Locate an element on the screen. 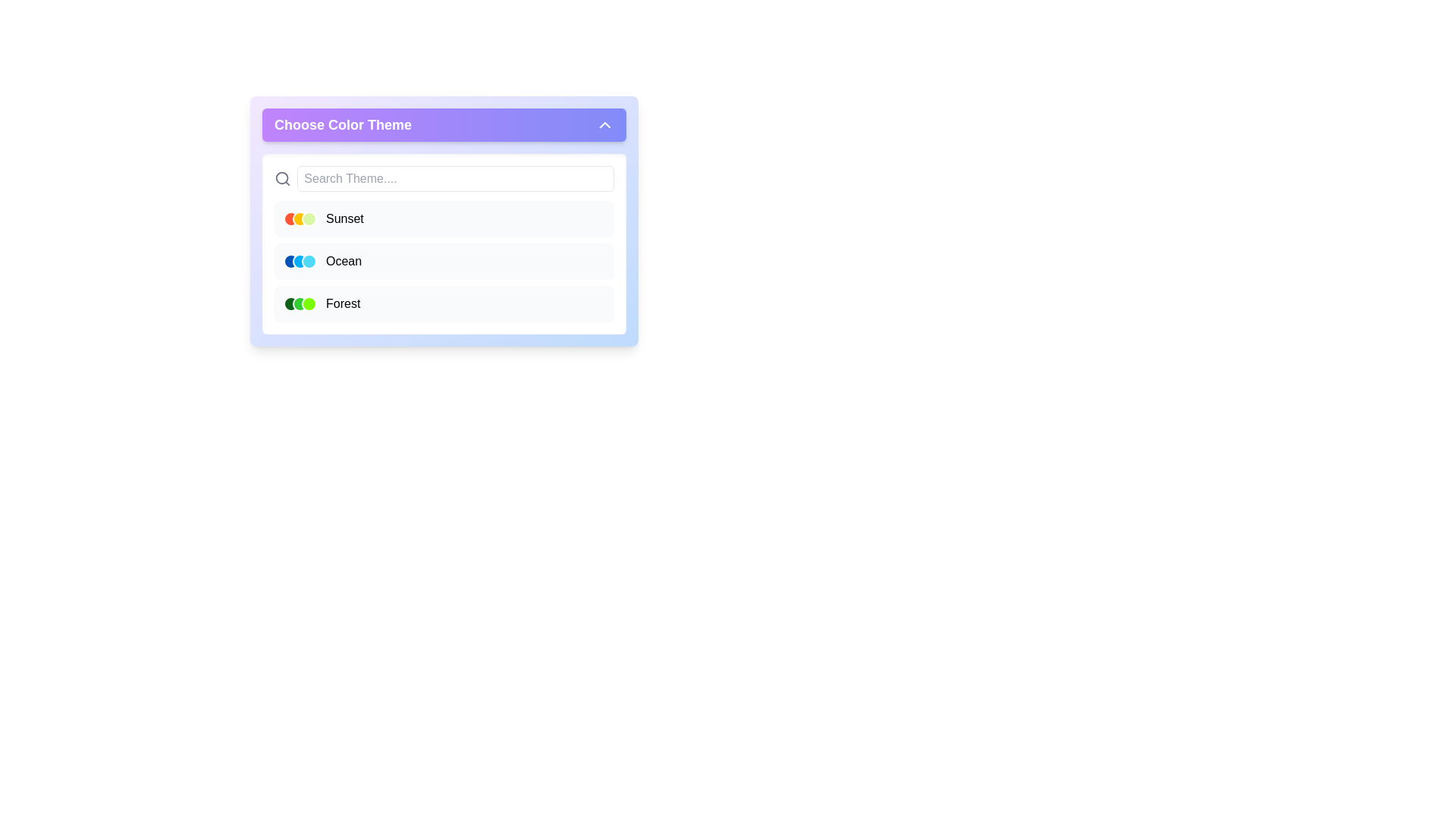  the circular gray icon that is part of the search magnifying glass illustration located near the upper-left area of the search bar is located at coordinates (282, 177).